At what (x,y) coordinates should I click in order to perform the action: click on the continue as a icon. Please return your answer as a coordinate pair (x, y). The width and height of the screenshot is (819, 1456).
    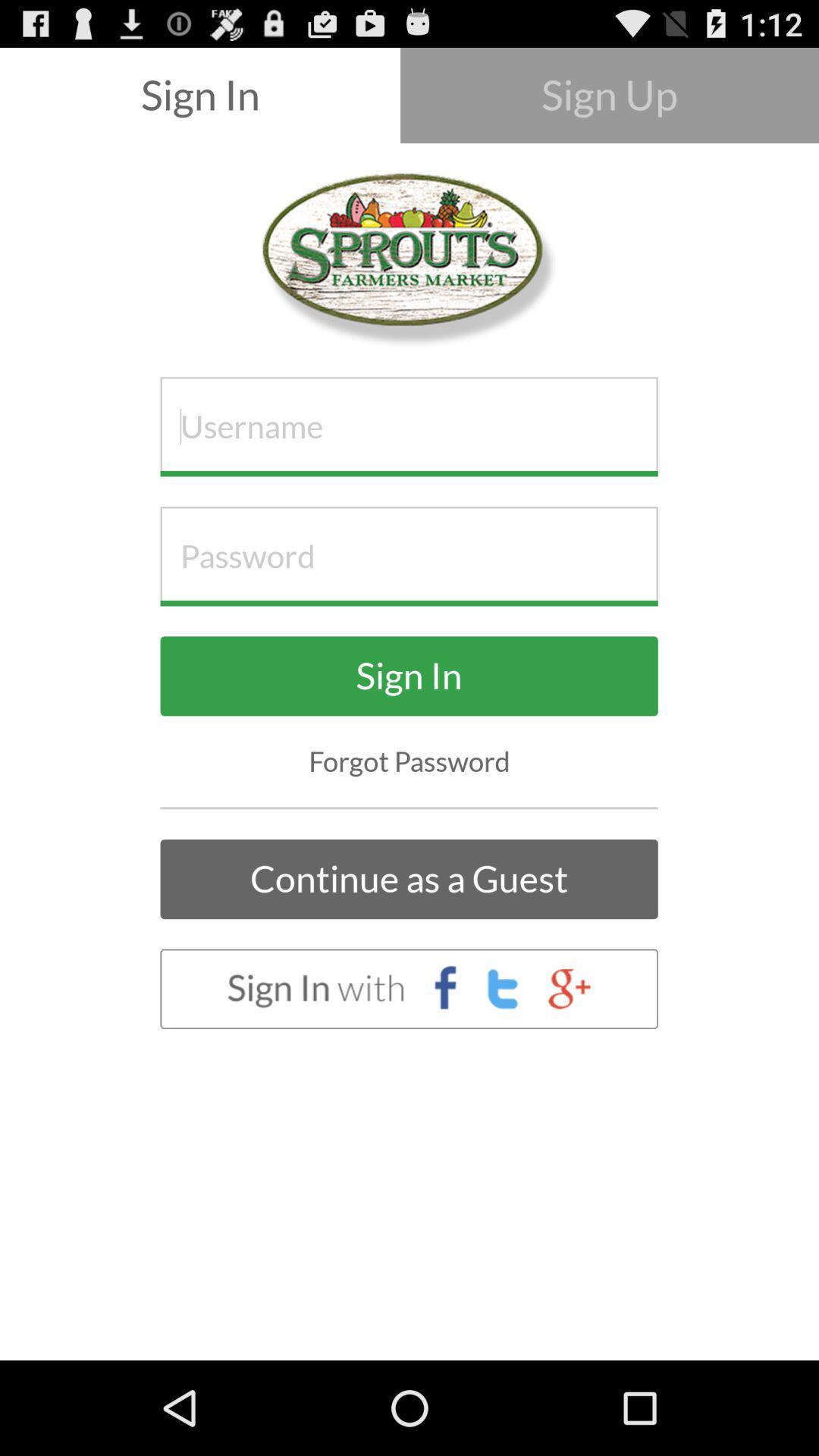
    Looking at the image, I should click on (408, 879).